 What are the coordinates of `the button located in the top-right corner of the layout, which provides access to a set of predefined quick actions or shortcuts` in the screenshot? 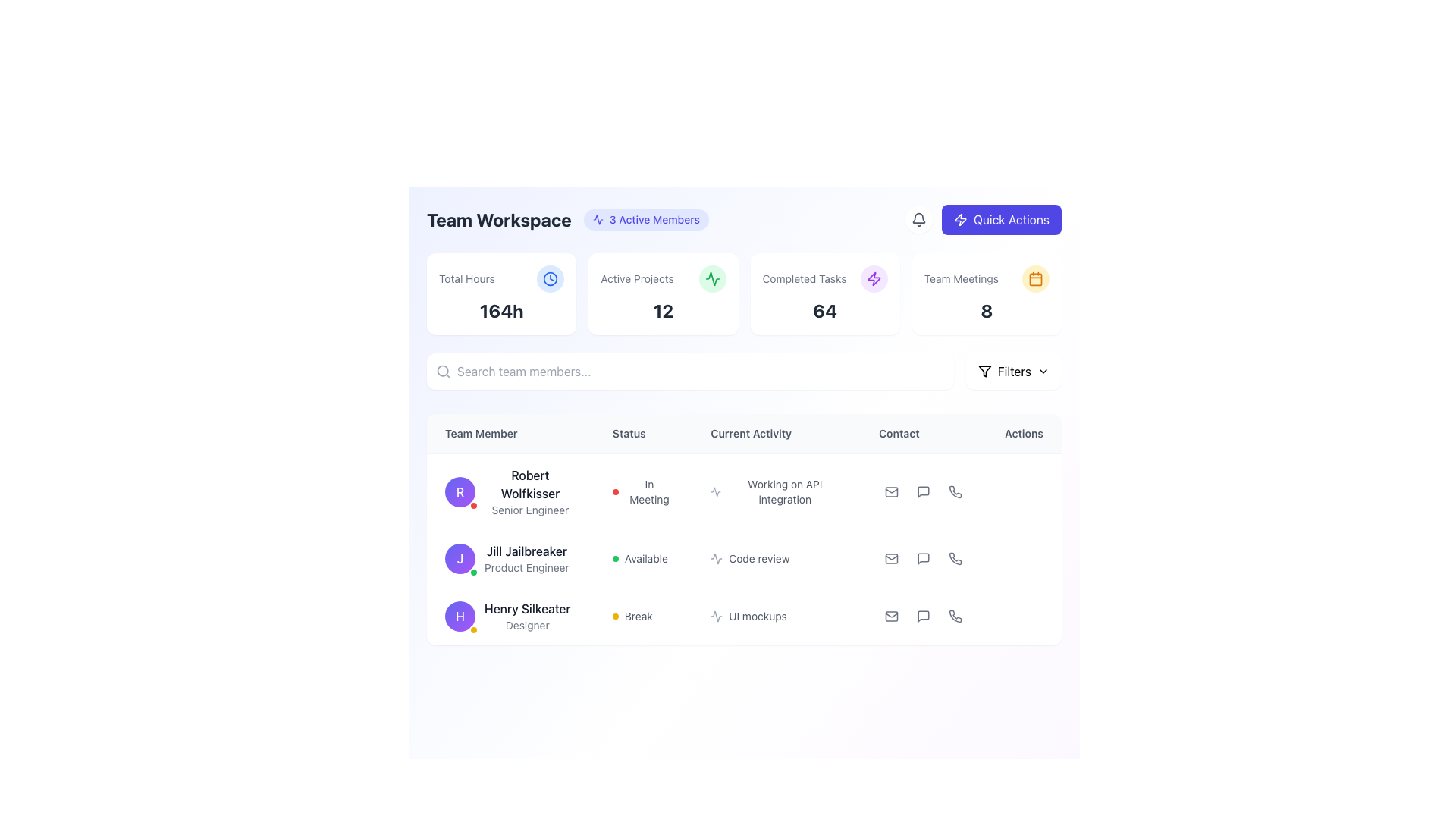 It's located at (983, 219).